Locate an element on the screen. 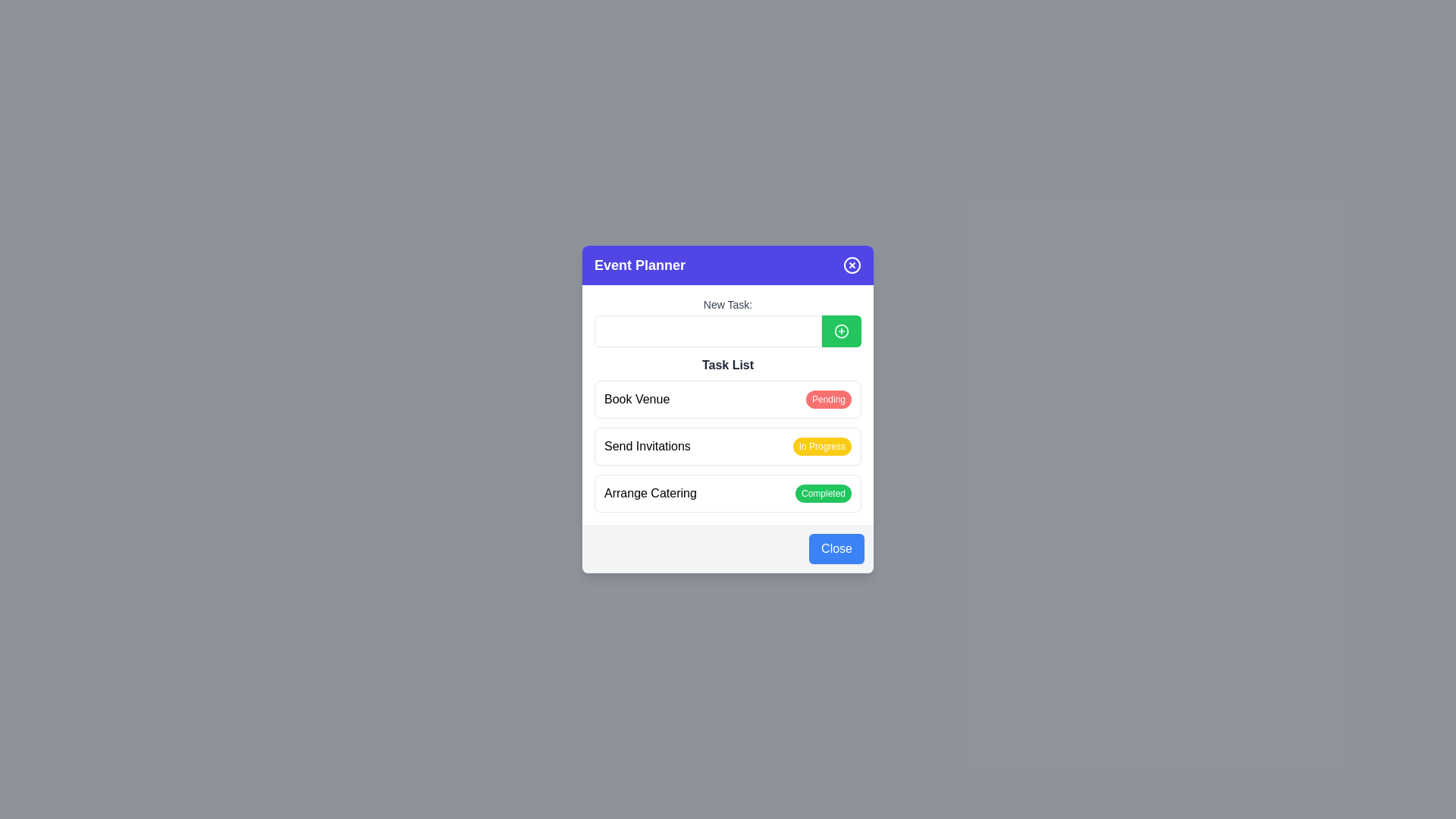 The width and height of the screenshot is (1456, 819). text from the label that displays 'Task List', which is styled in bold and dark gray, located below the 'New Task' section in the task management dialog is located at coordinates (728, 366).